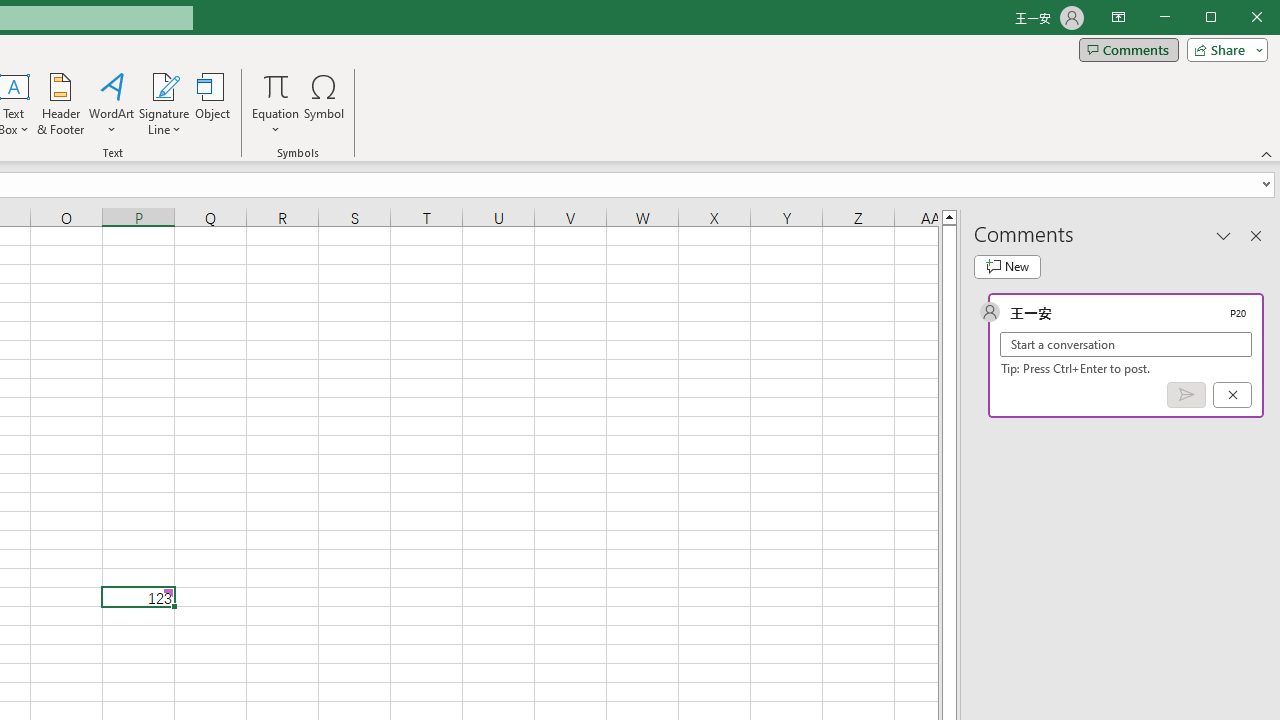 The width and height of the screenshot is (1280, 720). Describe the element at coordinates (1126, 343) in the screenshot. I see `'Start a conversation'` at that location.